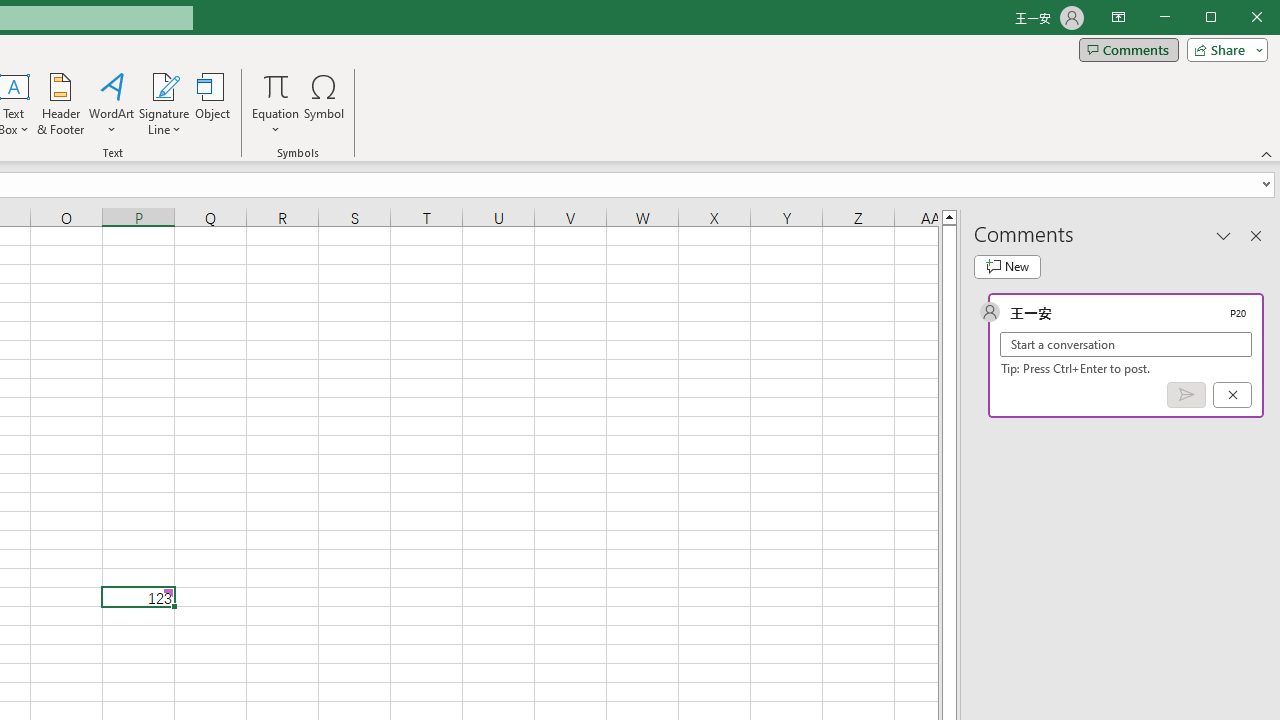 The width and height of the screenshot is (1280, 720). Describe the element at coordinates (1126, 343) in the screenshot. I see `'Start a conversation'` at that location.